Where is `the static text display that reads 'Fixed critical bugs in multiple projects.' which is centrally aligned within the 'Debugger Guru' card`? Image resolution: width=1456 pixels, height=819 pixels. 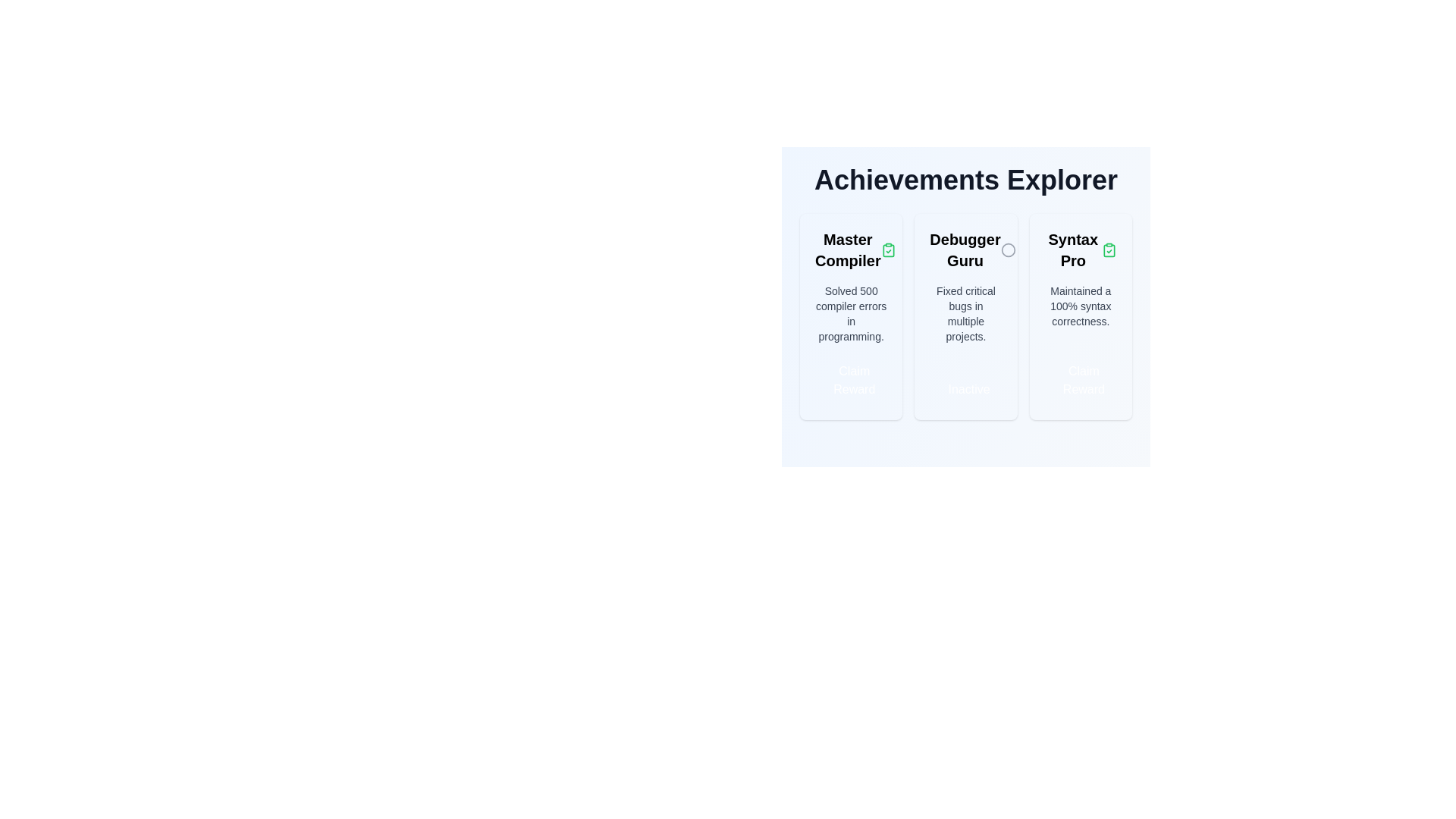
the static text display that reads 'Fixed critical bugs in multiple projects.' which is centrally aligned within the 'Debugger Guru' card is located at coordinates (965, 312).